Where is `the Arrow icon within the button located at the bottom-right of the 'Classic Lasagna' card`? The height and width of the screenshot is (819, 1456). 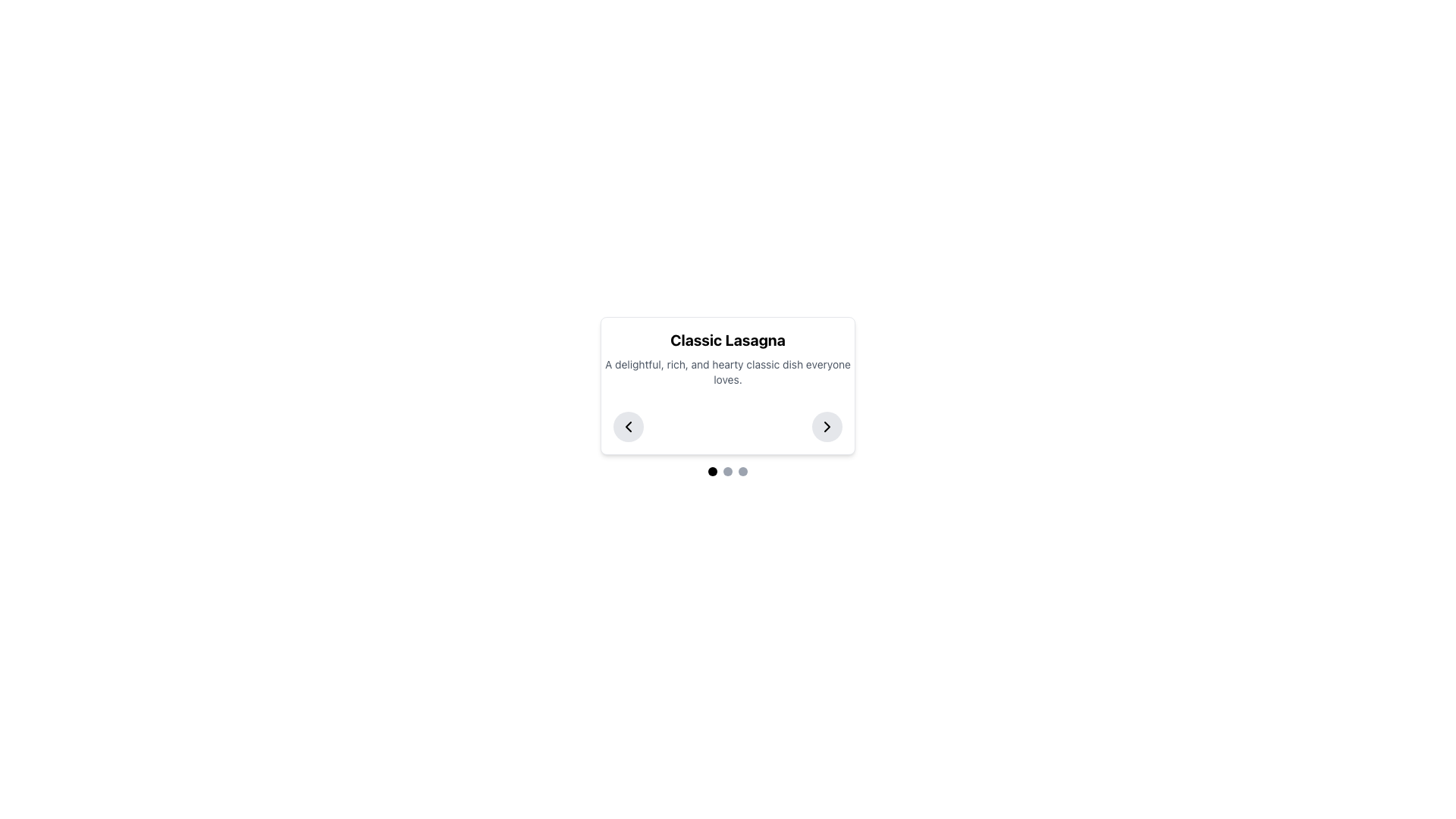
the Arrow icon within the button located at the bottom-right of the 'Classic Lasagna' card is located at coordinates (826, 427).